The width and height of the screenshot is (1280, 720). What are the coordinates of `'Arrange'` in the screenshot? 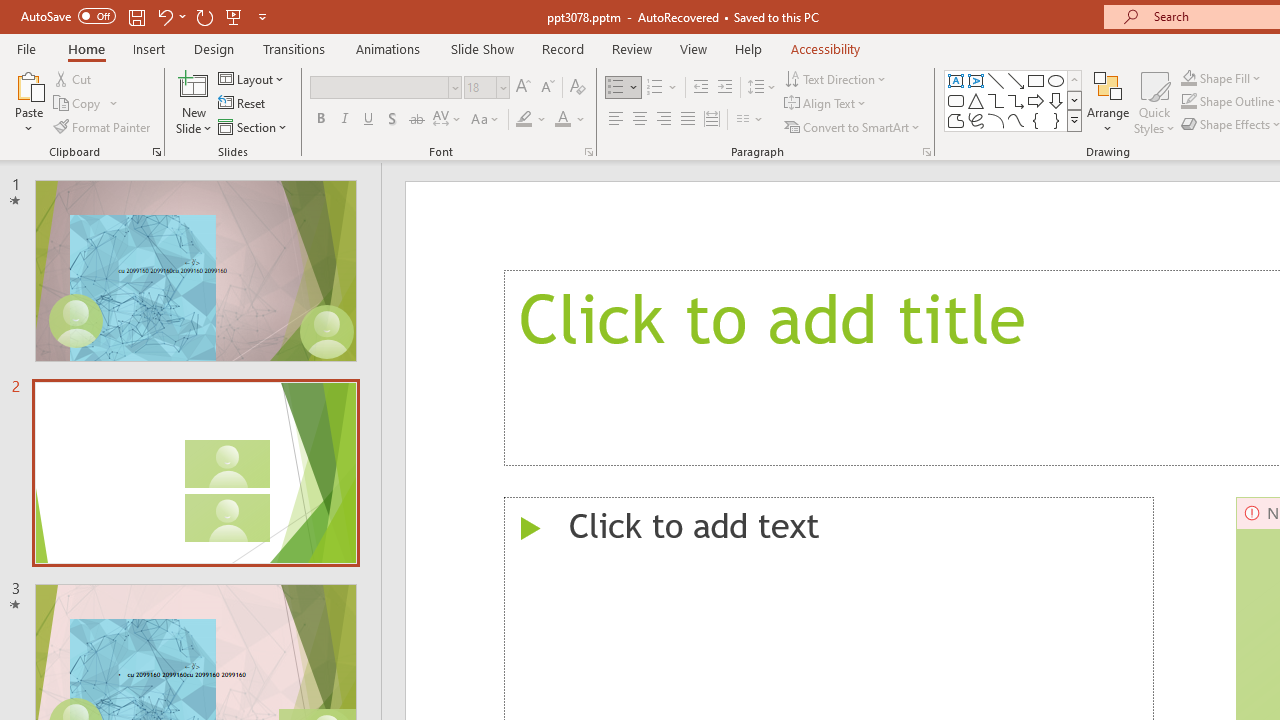 It's located at (1107, 103).